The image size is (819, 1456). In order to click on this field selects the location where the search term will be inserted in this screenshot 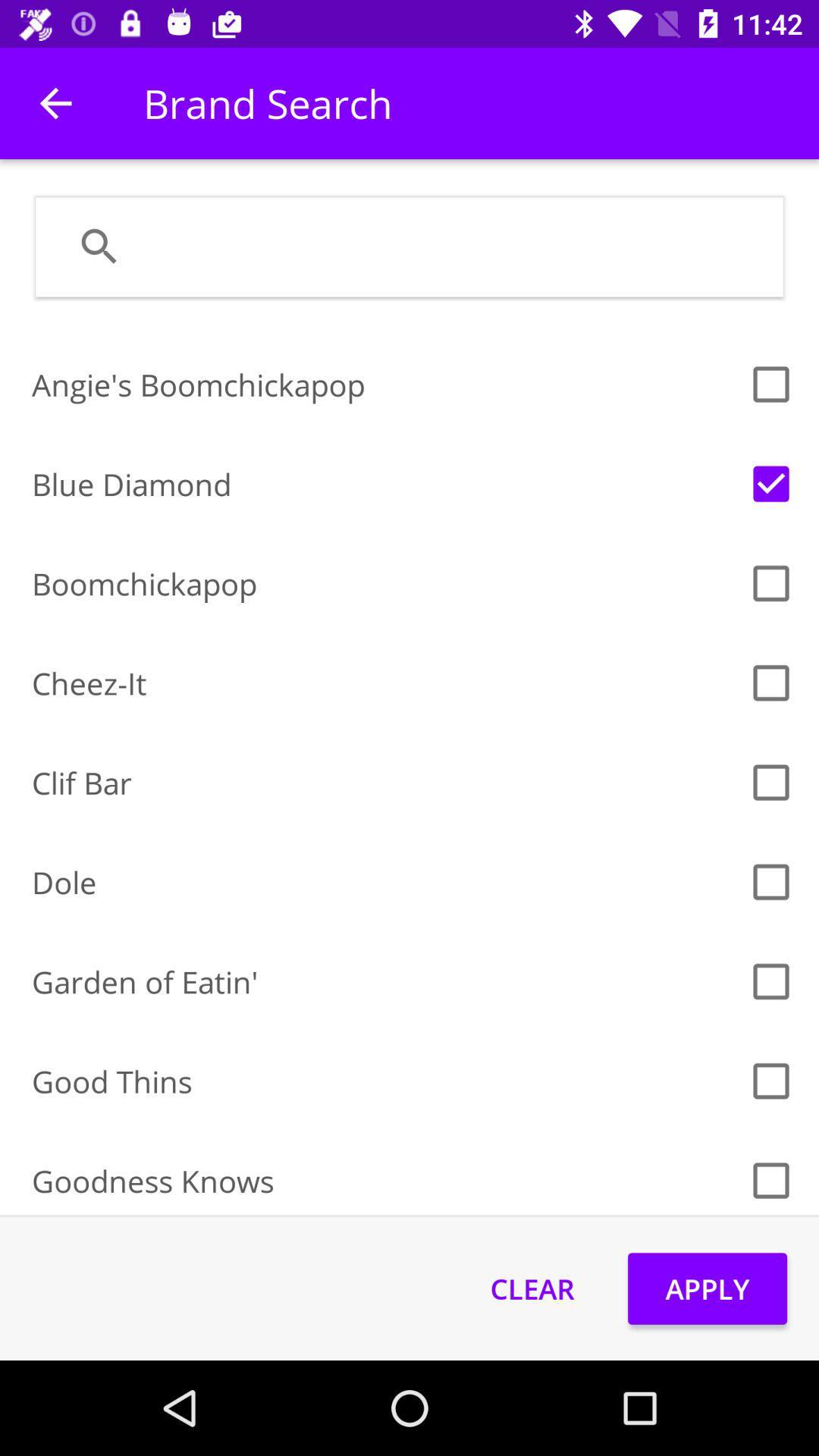, I will do `click(448, 246)`.